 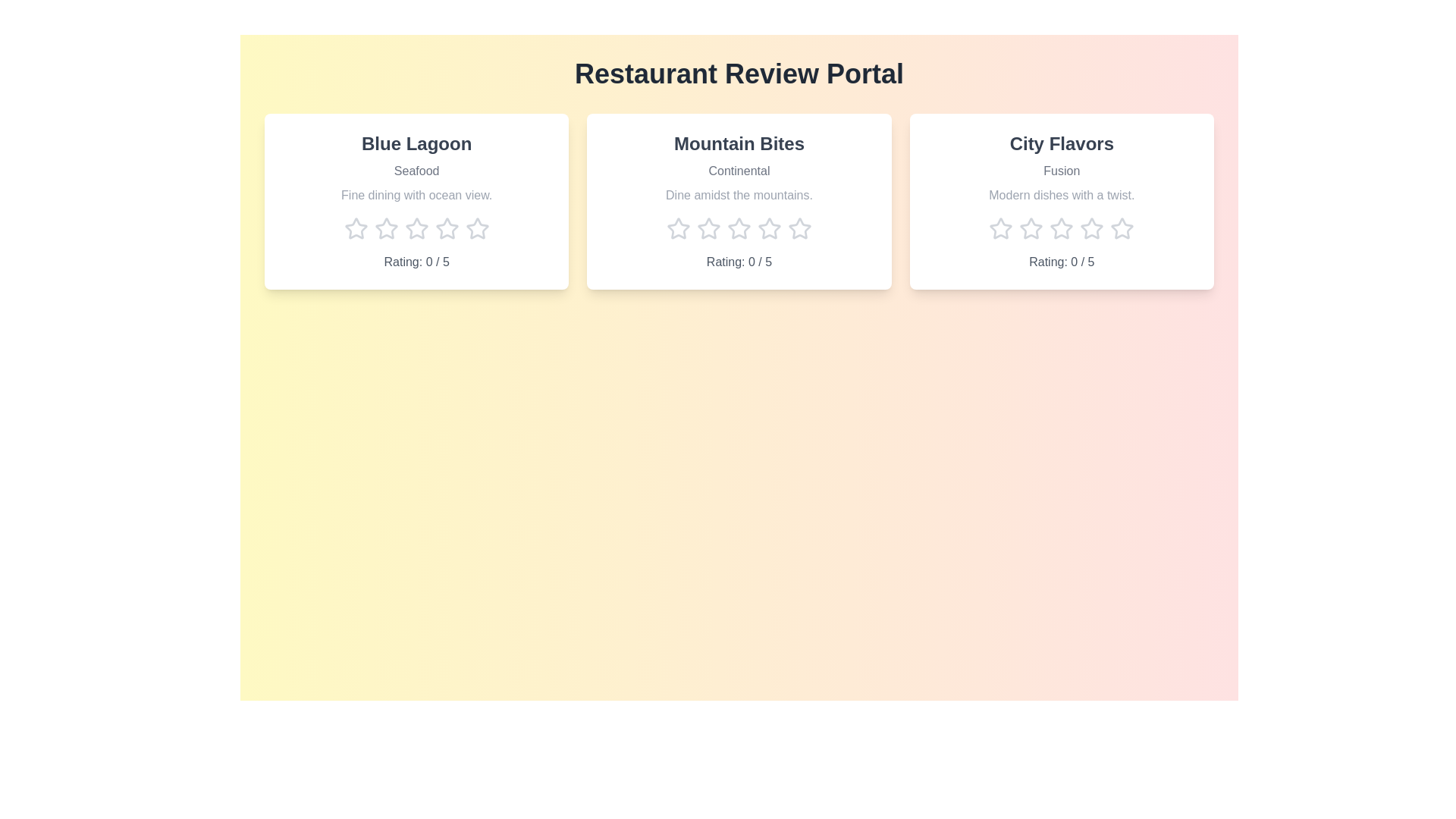 What do you see at coordinates (476, 228) in the screenshot?
I see `the star corresponding to 5 stars for the 'Blue Lagoon' restaurant` at bounding box center [476, 228].